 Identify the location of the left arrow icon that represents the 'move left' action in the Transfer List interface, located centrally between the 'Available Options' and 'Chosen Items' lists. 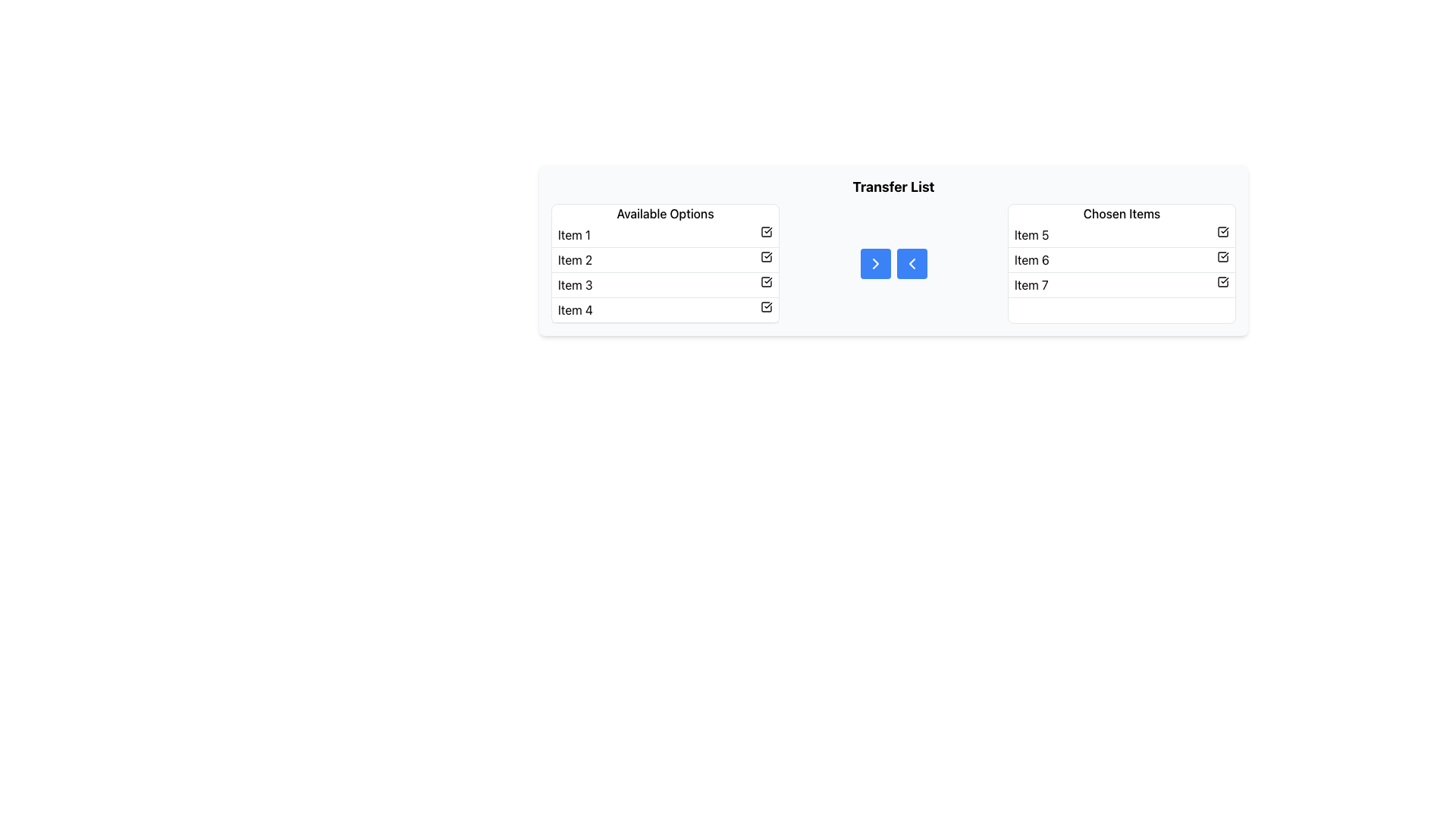
(911, 262).